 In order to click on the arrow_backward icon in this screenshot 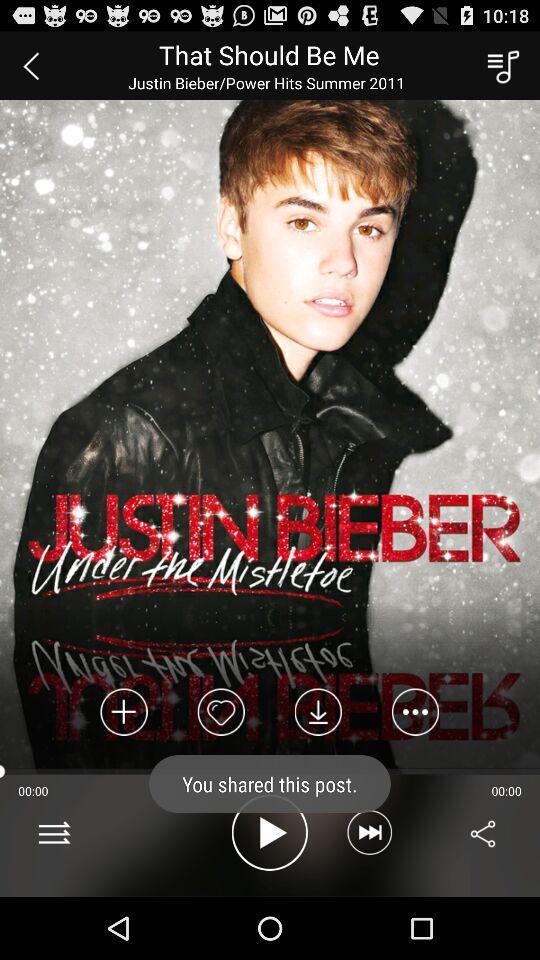, I will do `click(30, 70)`.